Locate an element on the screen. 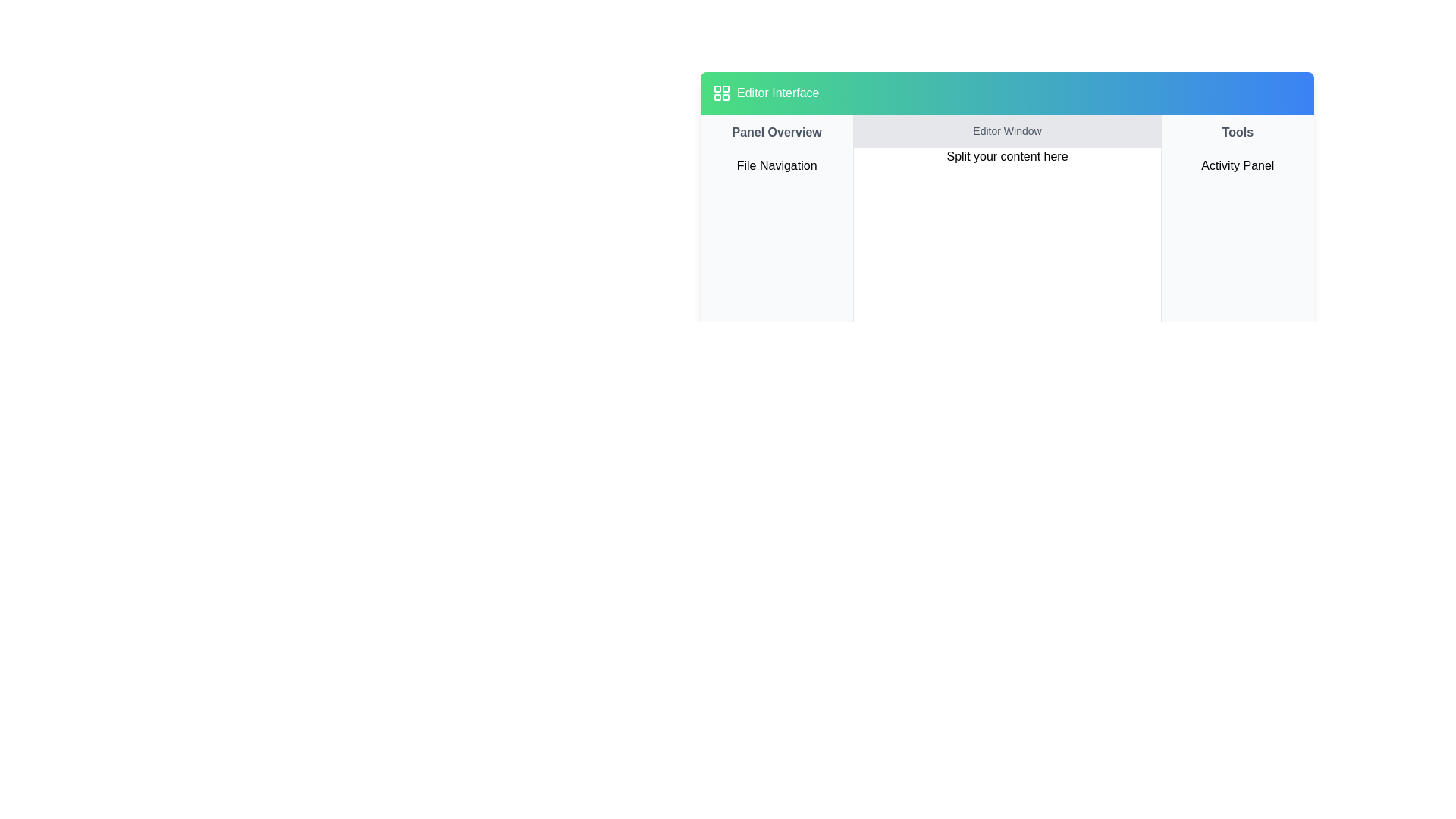 Image resolution: width=1456 pixels, height=819 pixels. text label located at the top bar of the rightmost panel, which identifies the purpose of the panel above the 'Activity Panel' is located at coordinates (1238, 131).